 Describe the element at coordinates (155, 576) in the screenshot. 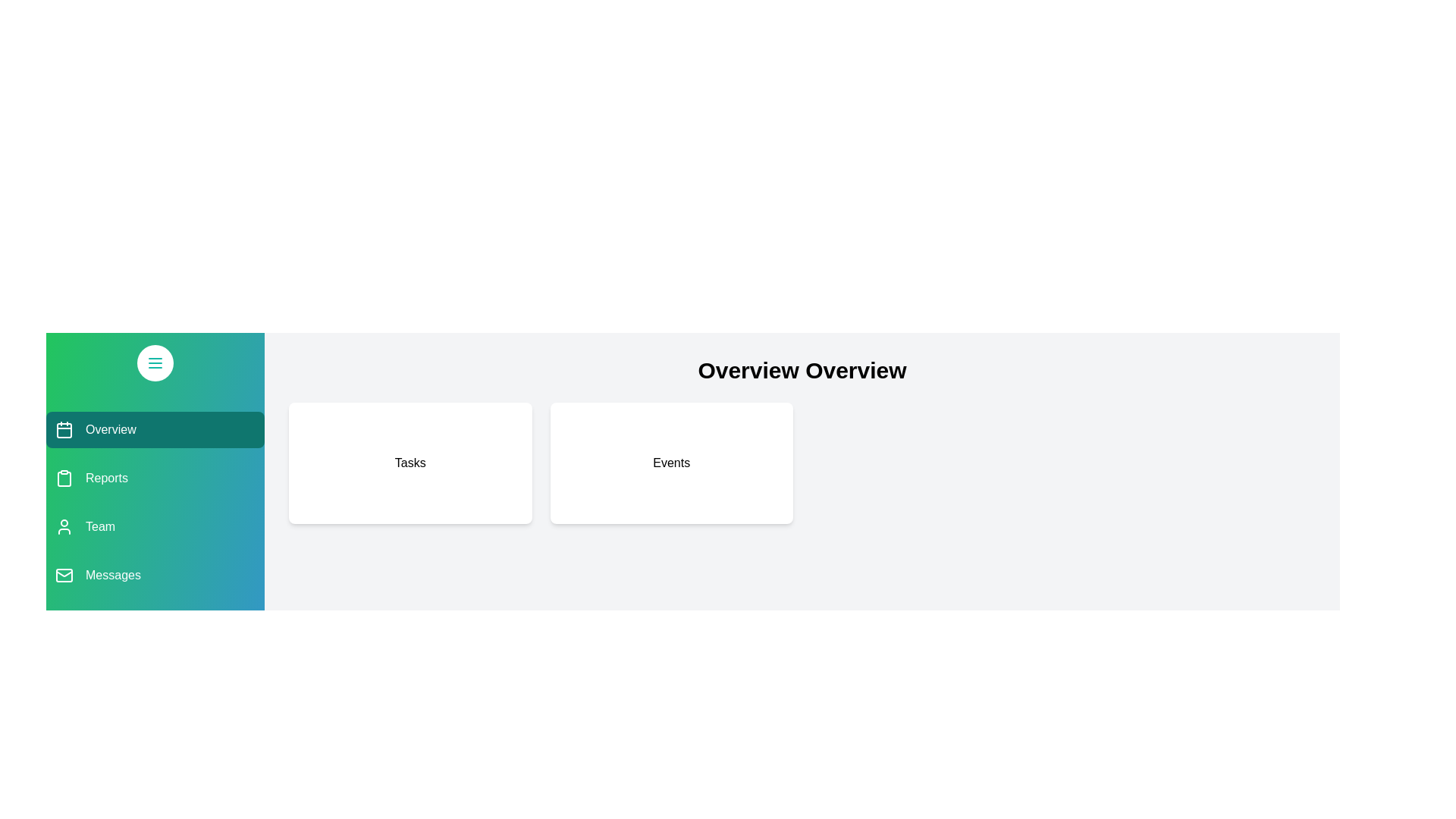

I see `the menu item labeled 'Messages' to see its hover effect` at that location.